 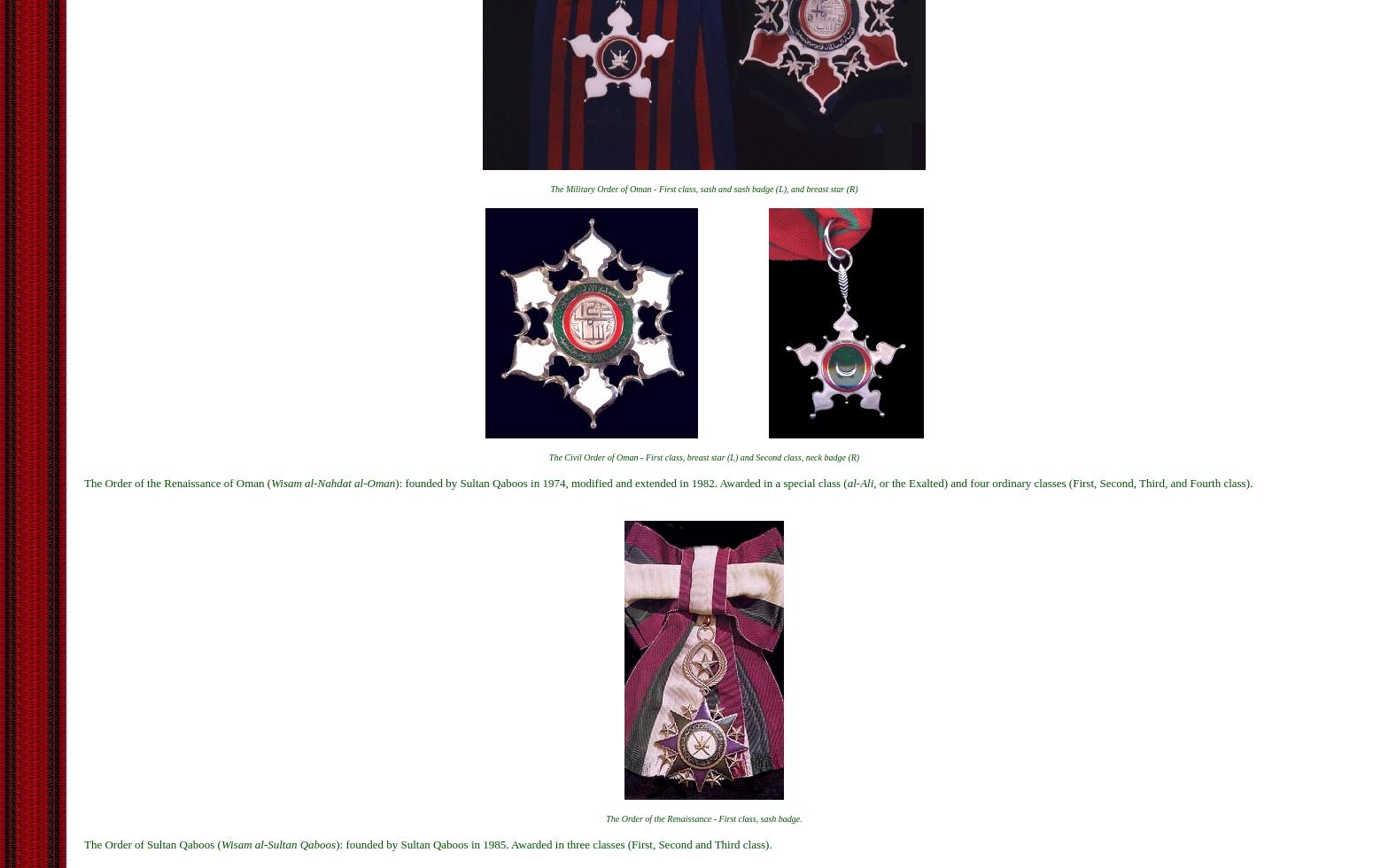 I want to click on 'The Military Order of Oman - First class, sash and sash badge (L), and breast star (R)', so click(x=702, y=189).